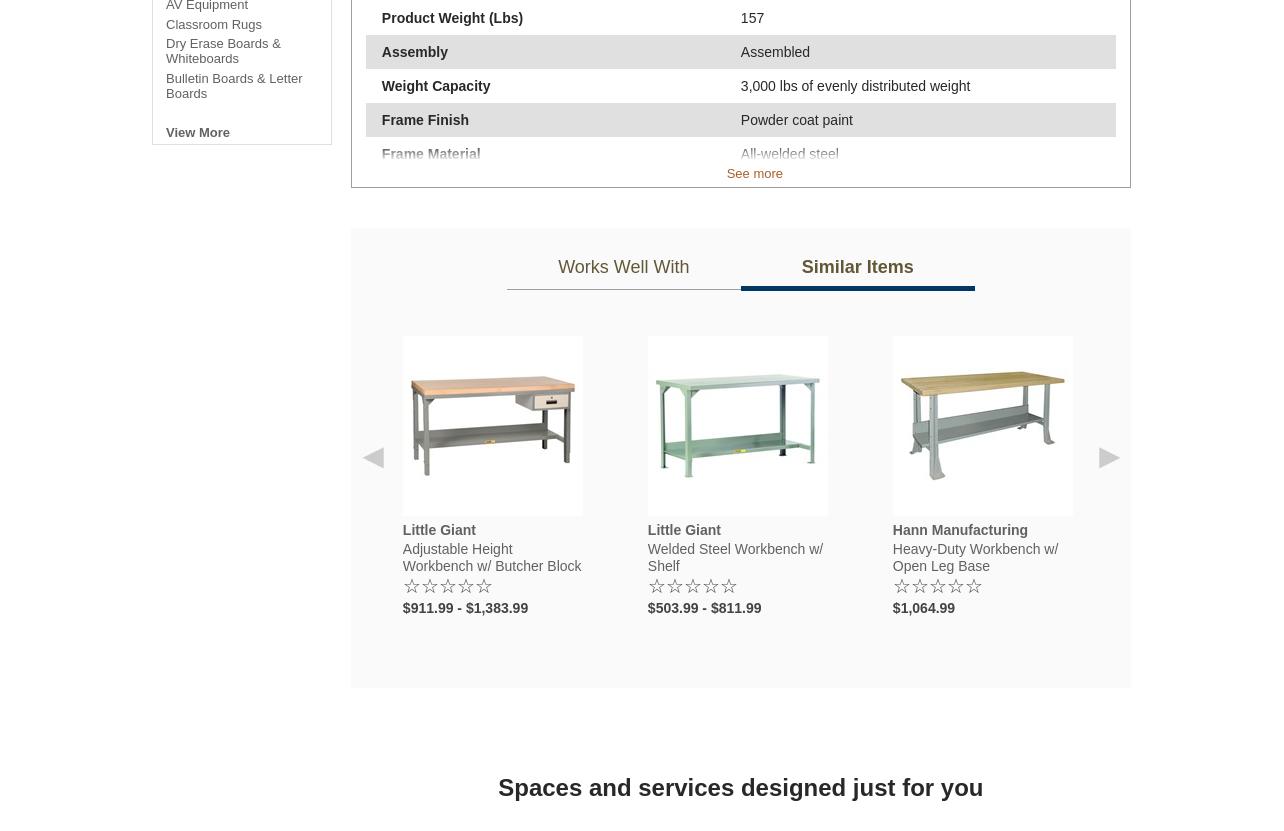 This screenshot has height=831, width=1284. What do you see at coordinates (781, 290) in the screenshot?
I see `'1-year limited'` at bounding box center [781, 290].